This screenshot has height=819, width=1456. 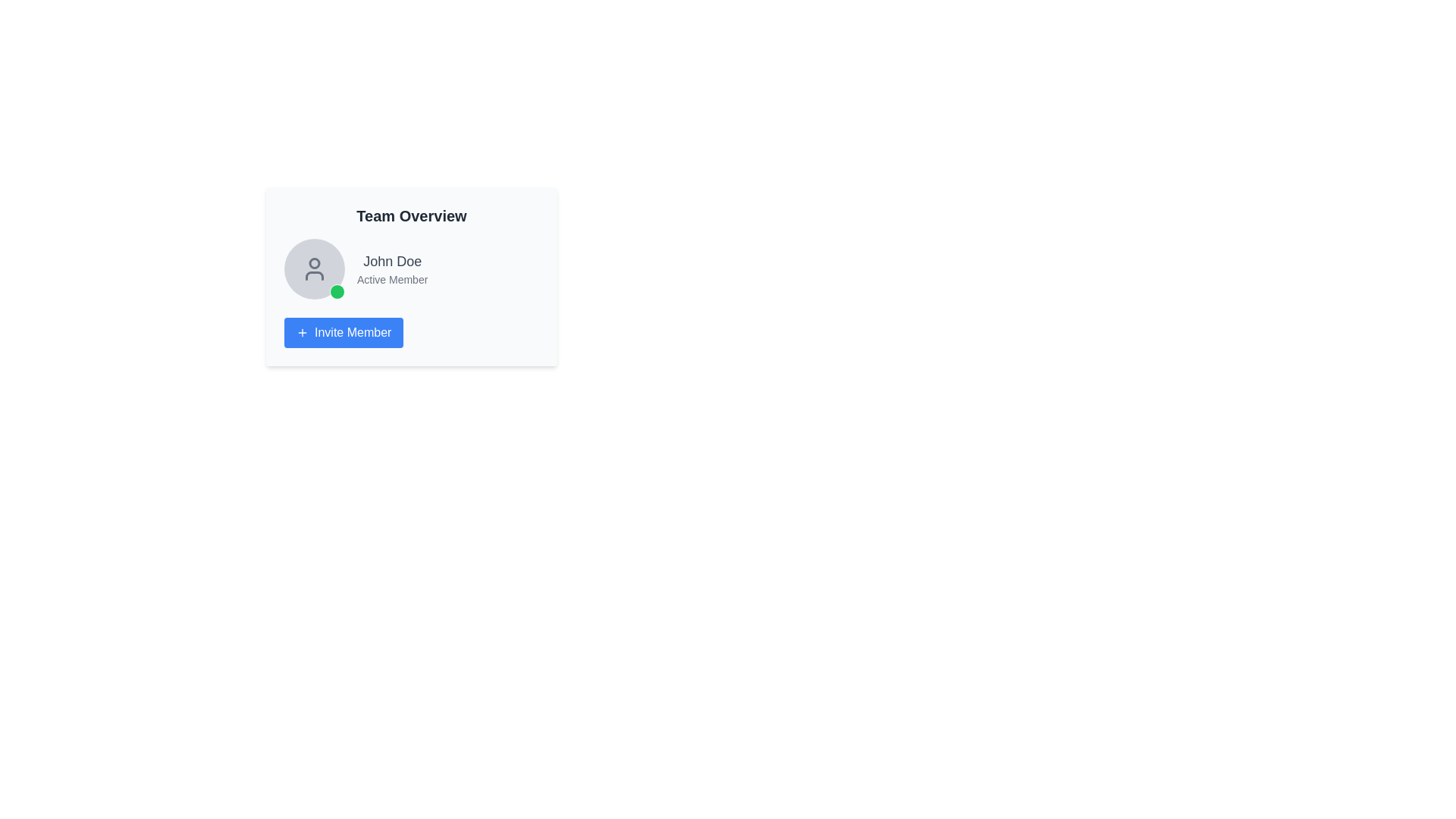 What do you see at coordinates (411, 268) in the screenshot?
I see `the Profile Information Block which displays user details such as 'John Doe' and 'Active Member', located centrally below the 'Team Overview' heading` at bounding box center [411, 268].